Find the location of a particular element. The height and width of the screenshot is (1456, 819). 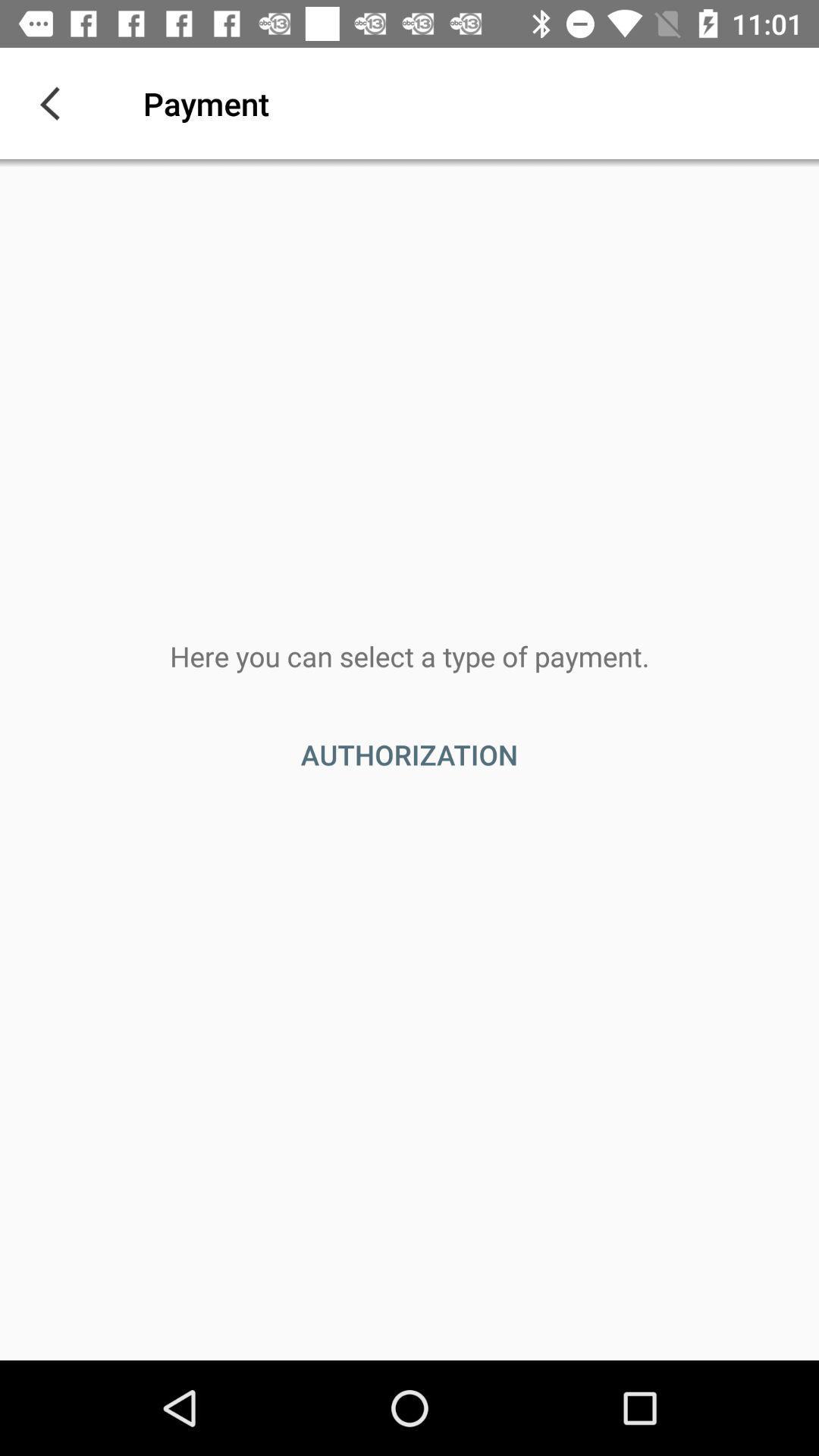

the icon to the left of payment is located at coordinates (55, 102).